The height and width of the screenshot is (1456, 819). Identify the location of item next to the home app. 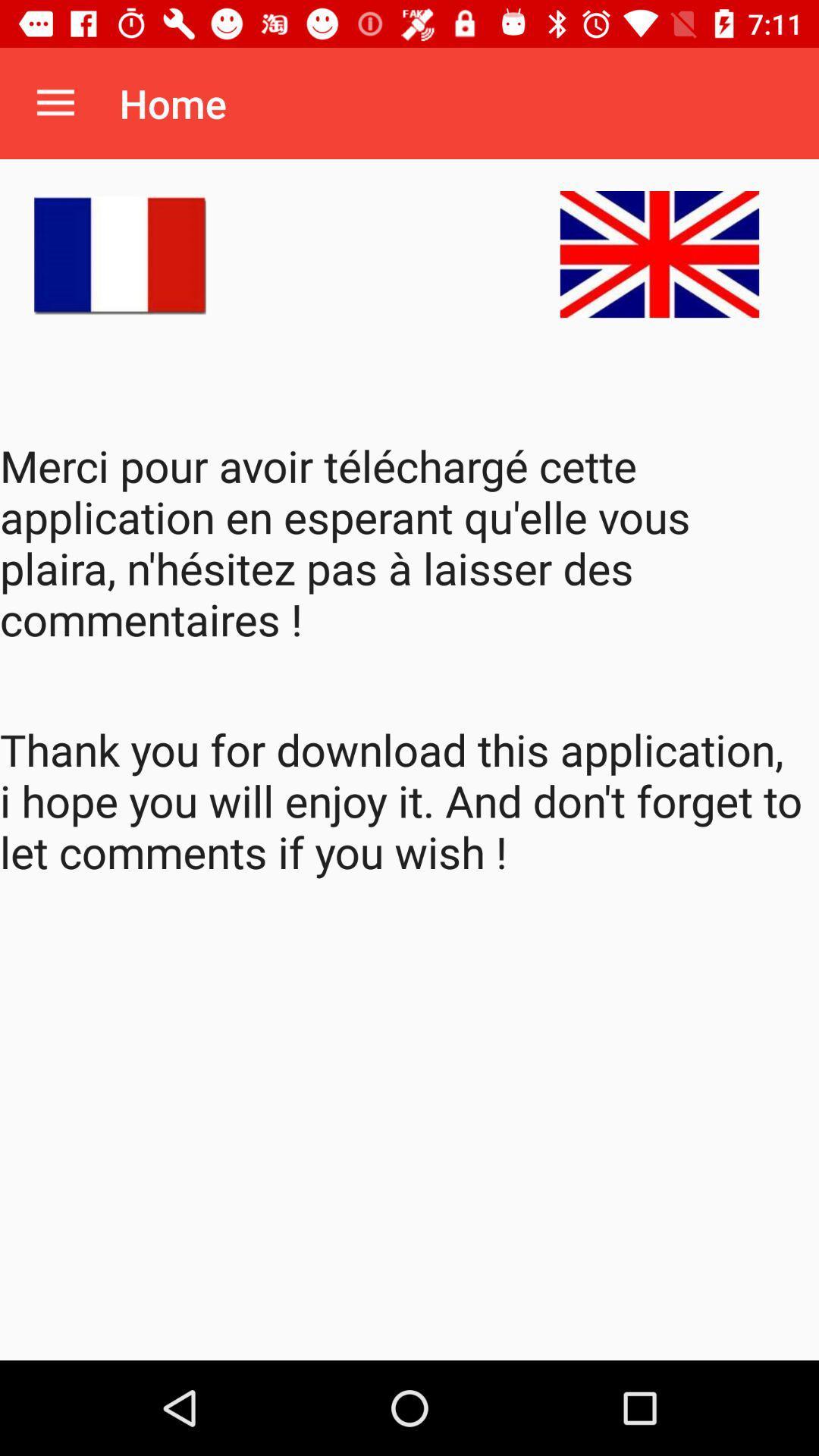
(55, 102).